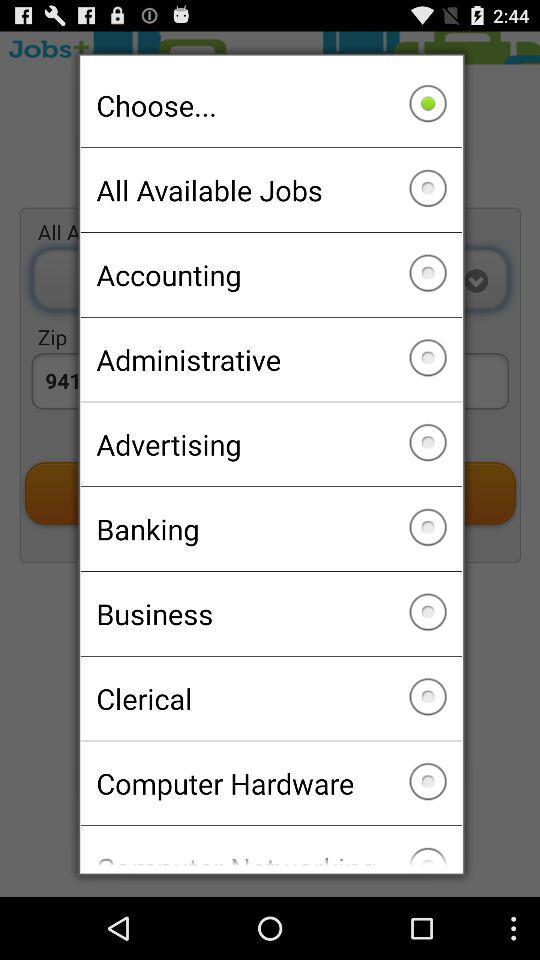 The width and height of the screenshot is (540, 960). Describe the element at coordinates (270, 190) in the screenshot. I see `all available jobs` at that location.